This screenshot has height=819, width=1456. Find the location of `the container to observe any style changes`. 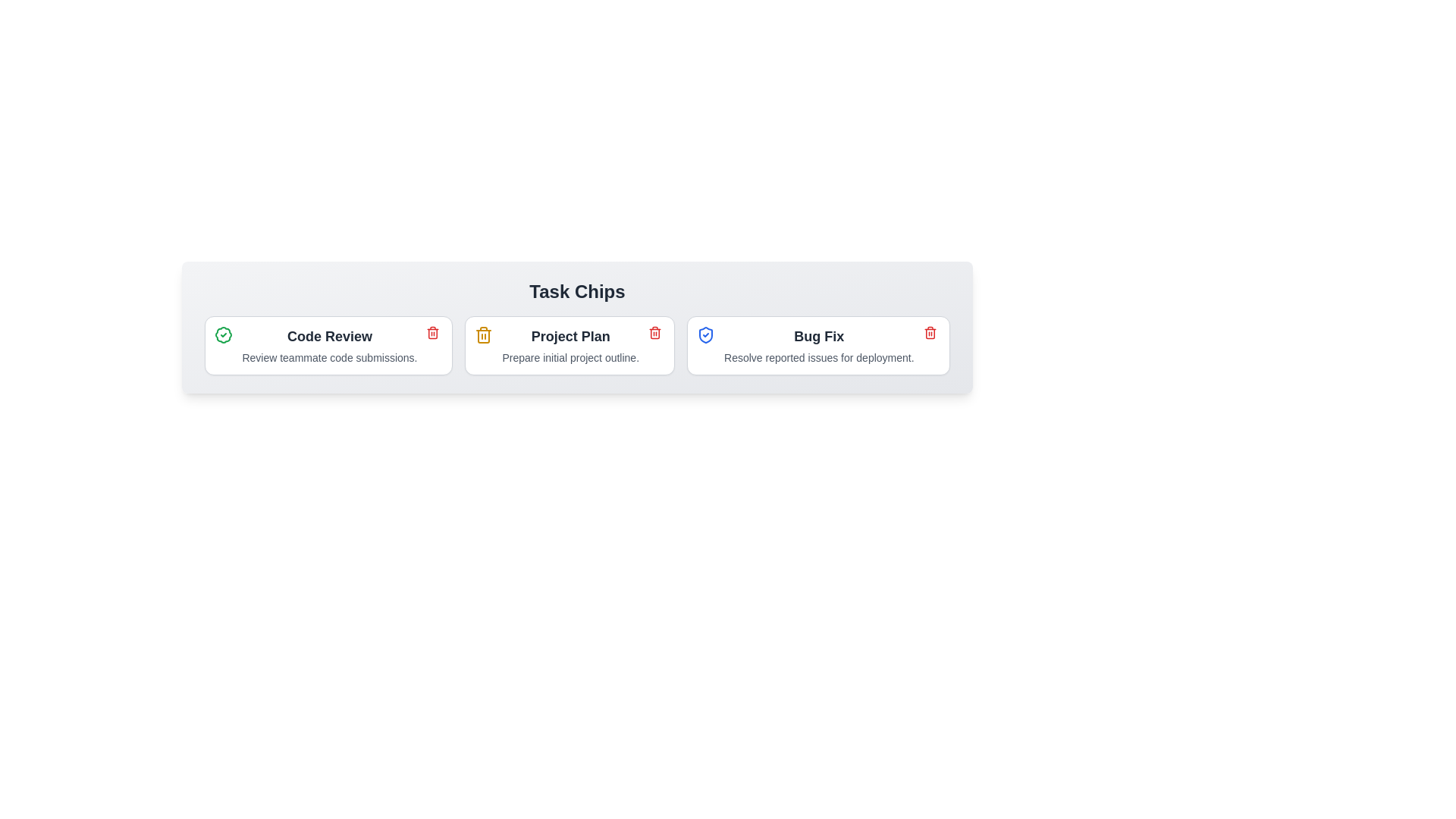

the container to observe any style changes is located at coordinates (576, 327).